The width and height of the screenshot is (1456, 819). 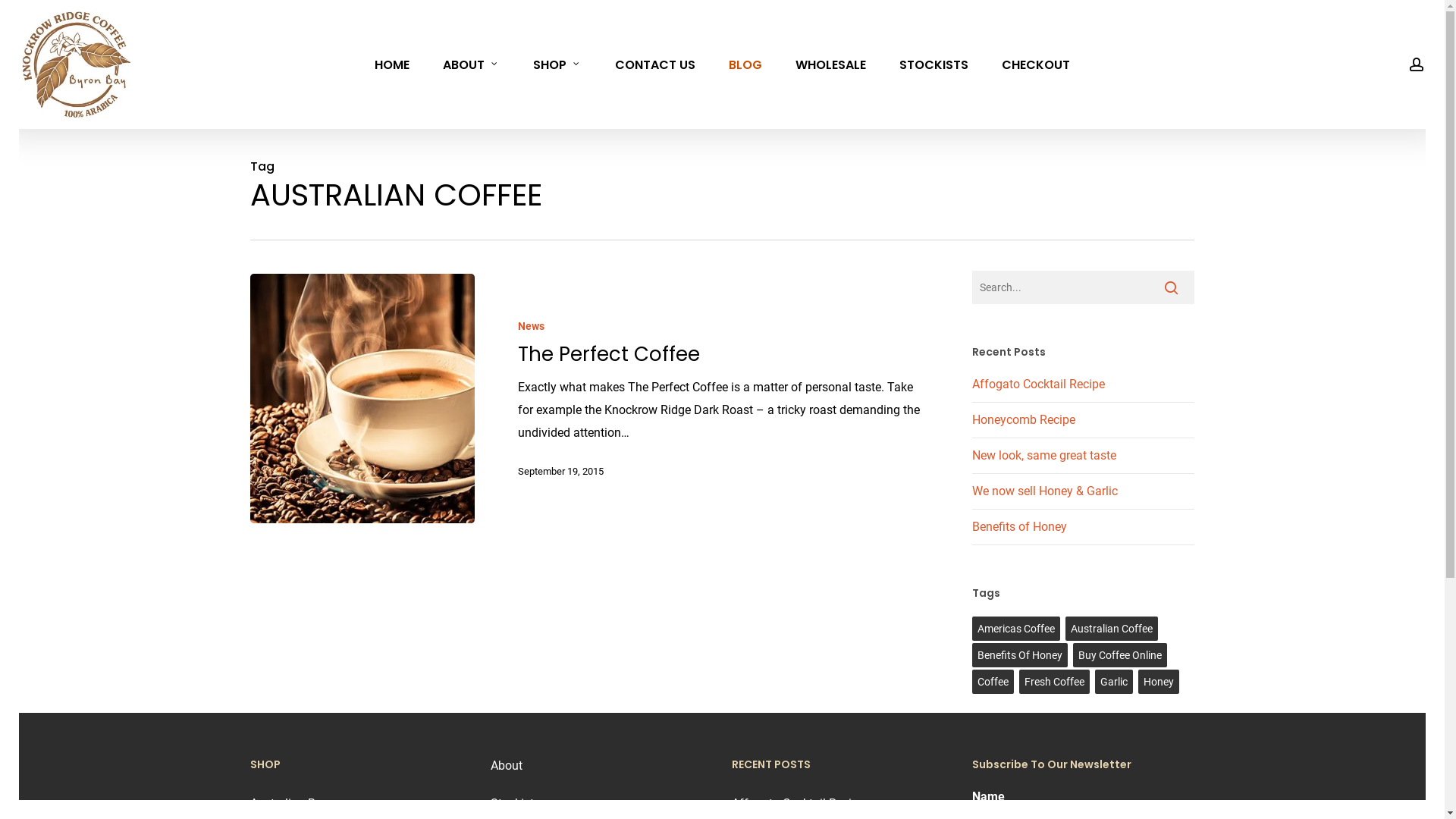 I want to click on 'The Perfect Coffee', so click(x=608, y=353).